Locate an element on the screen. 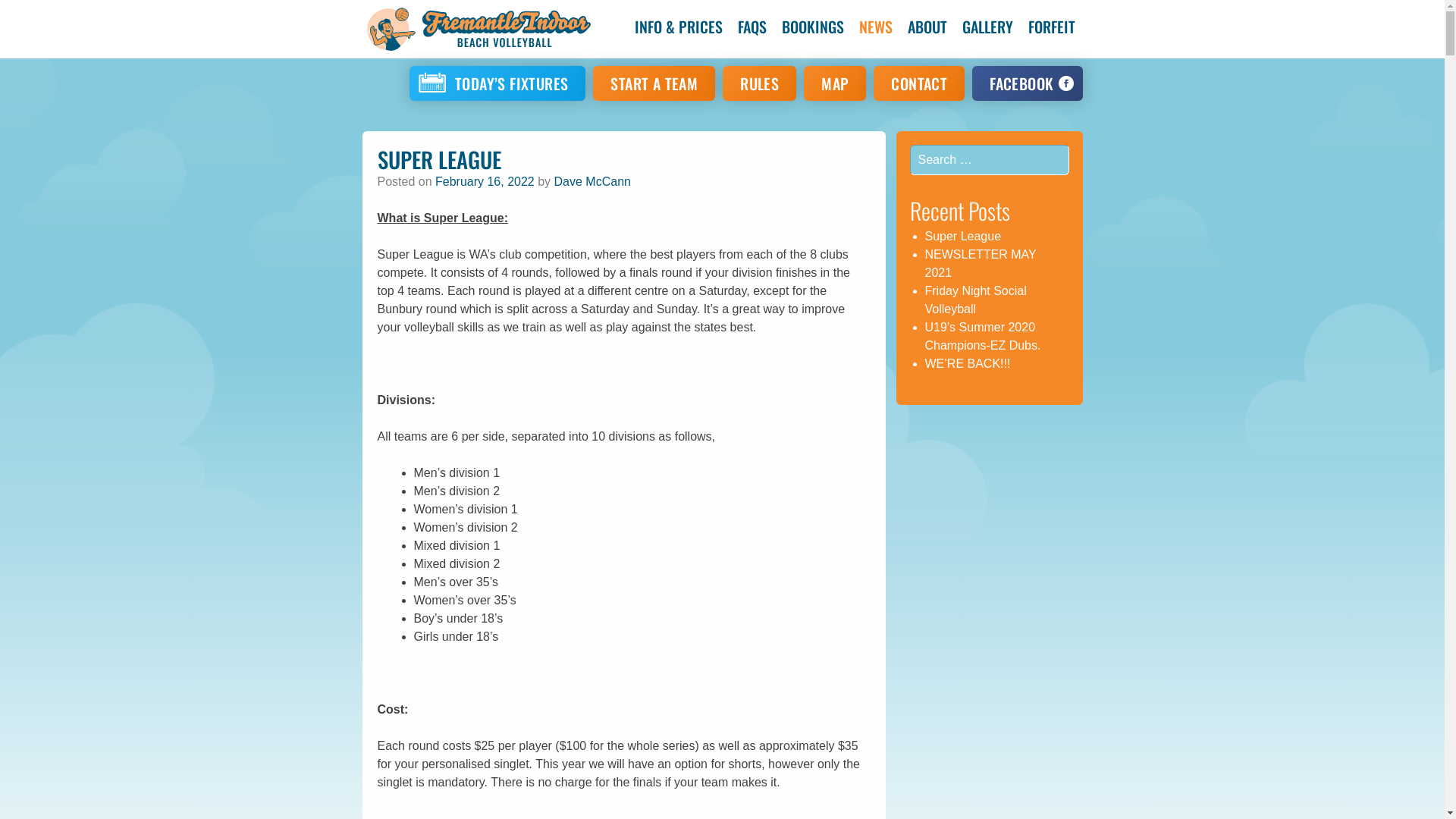 This screenshot has width=1456, height=819. 'Dave McCann' is located at coordinates (553, 180).